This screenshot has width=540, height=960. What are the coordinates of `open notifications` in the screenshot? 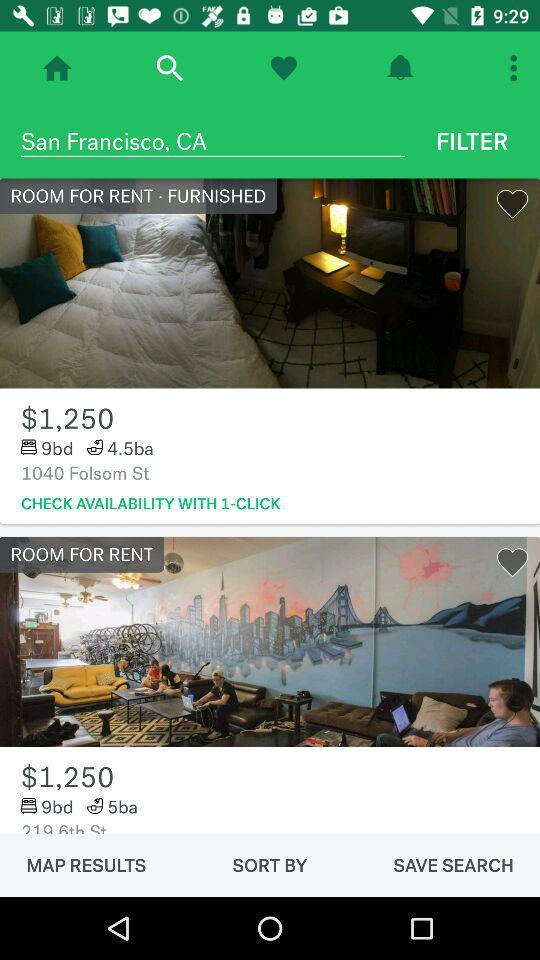 It's located at (400, 68).